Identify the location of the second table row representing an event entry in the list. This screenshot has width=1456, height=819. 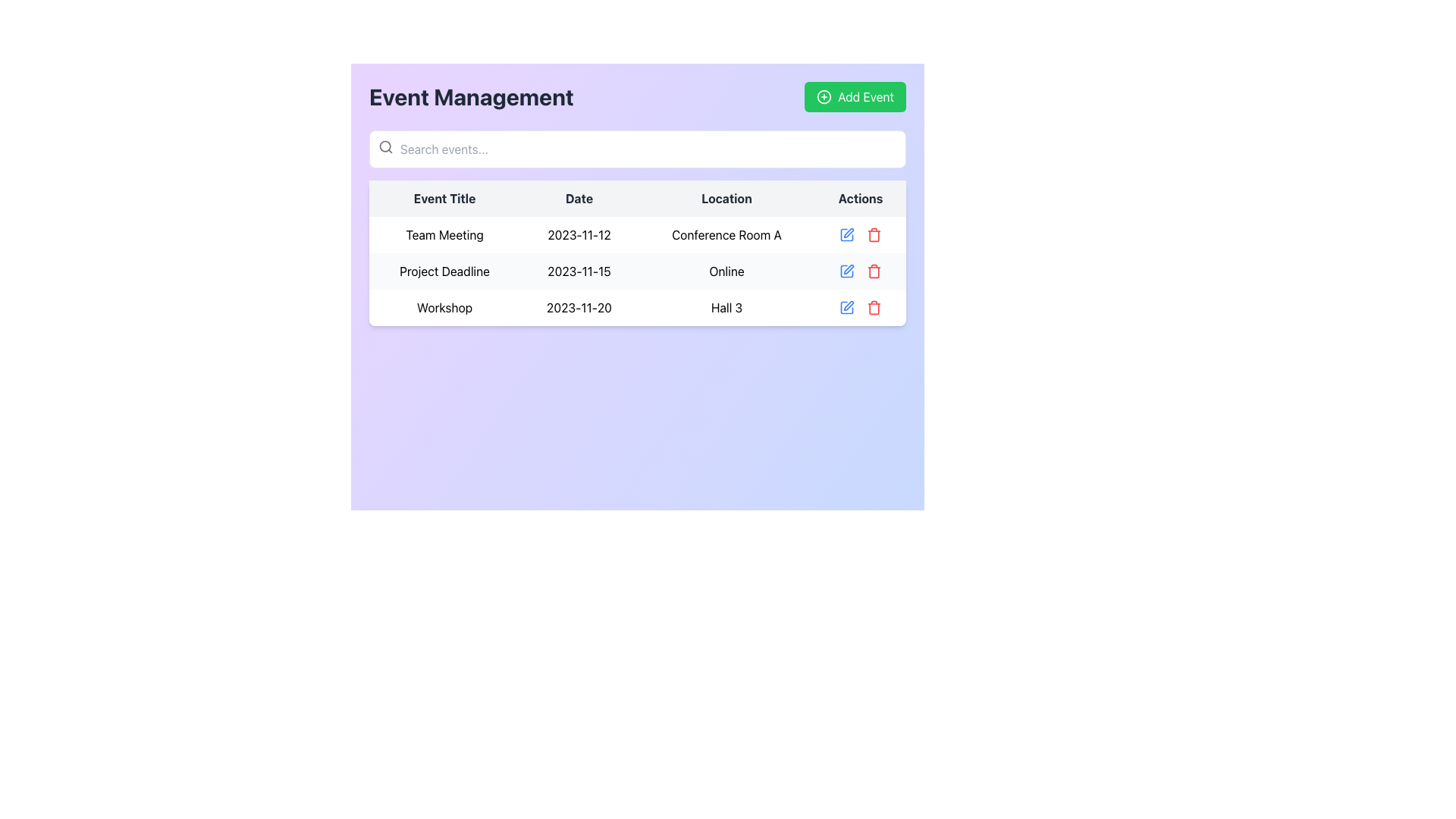
(637, 271).